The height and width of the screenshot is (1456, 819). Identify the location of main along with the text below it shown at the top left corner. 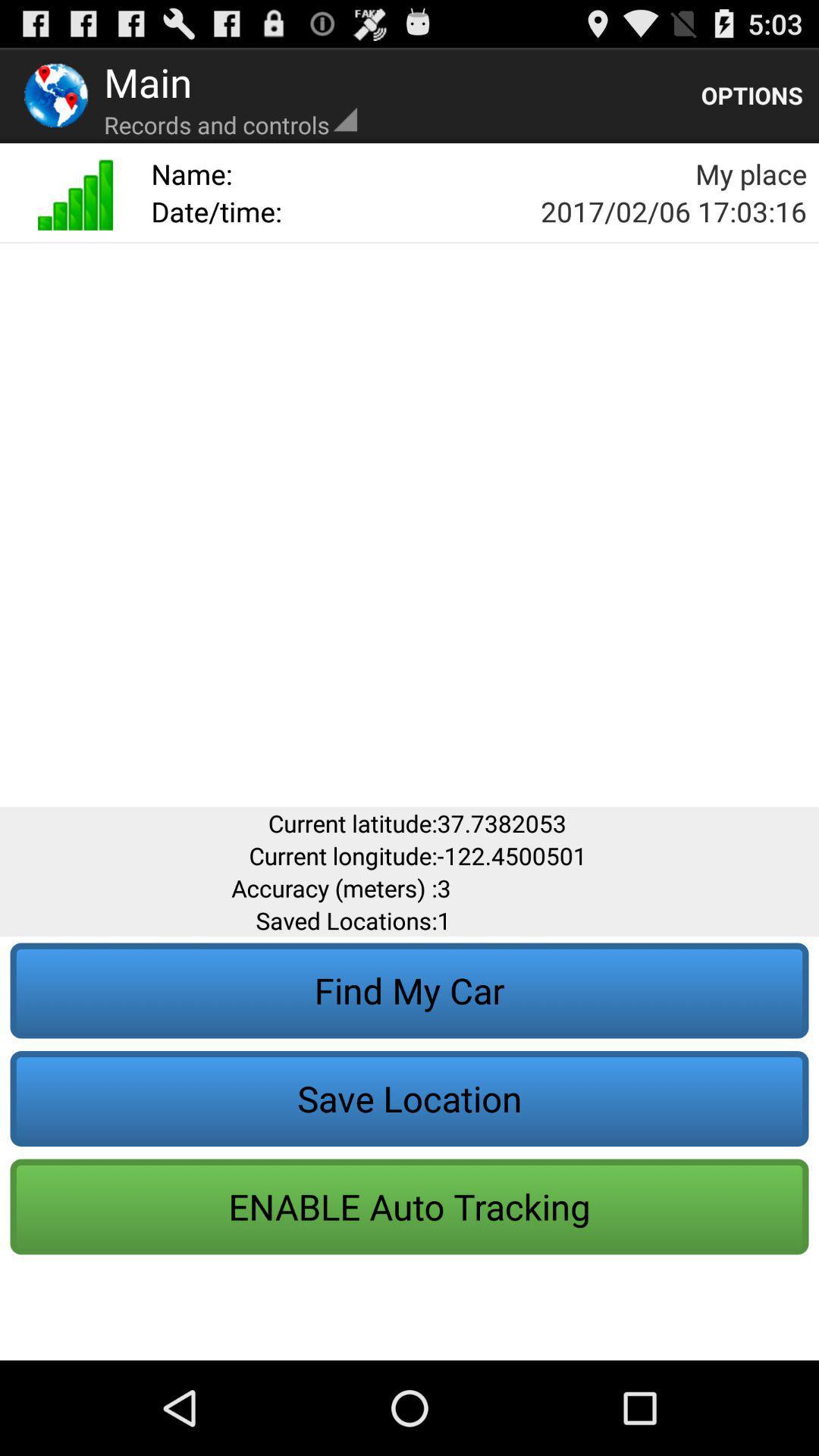
(231, 94).